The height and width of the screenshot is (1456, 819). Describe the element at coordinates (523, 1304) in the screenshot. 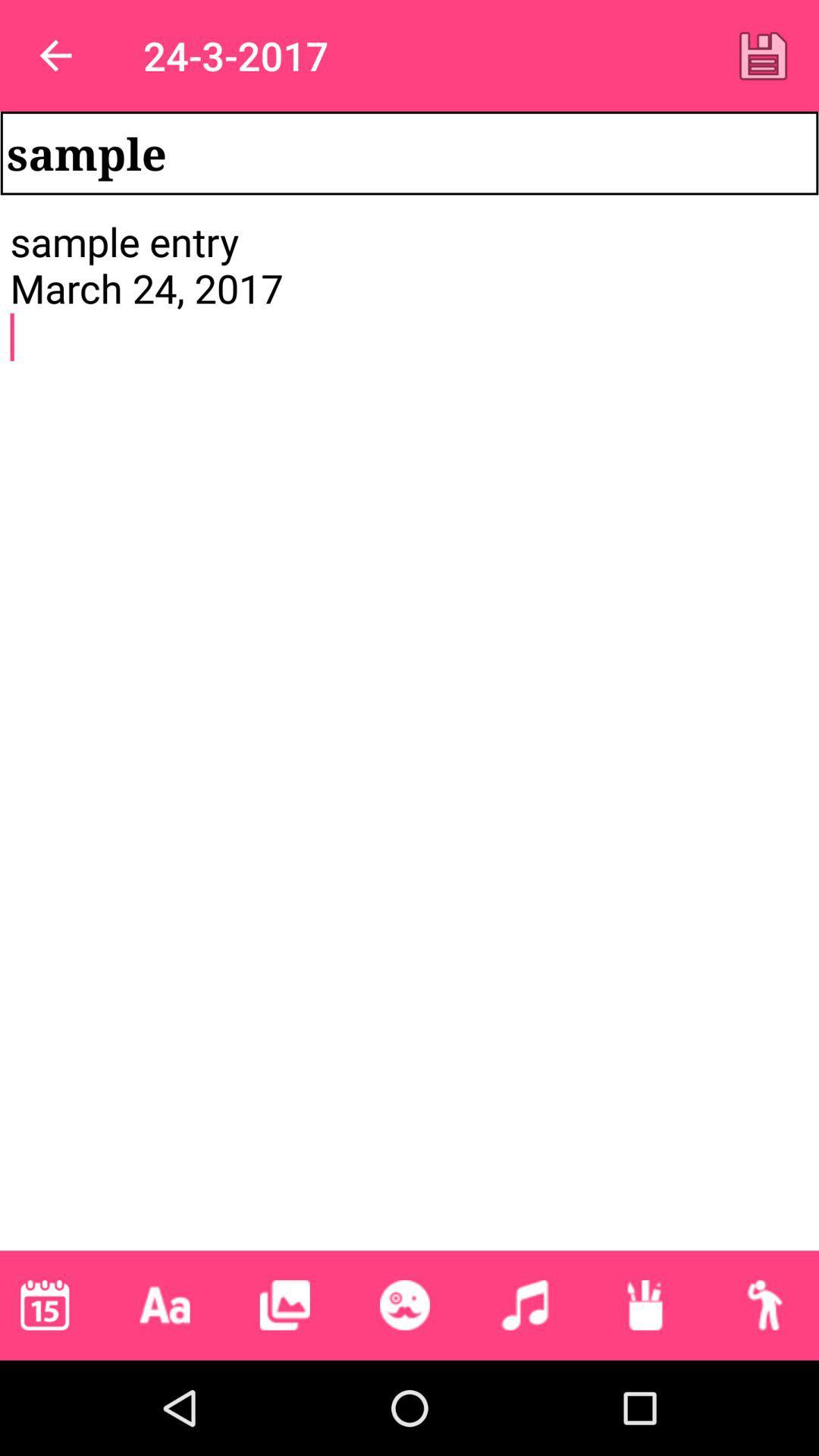

I see `the music button` at that location.